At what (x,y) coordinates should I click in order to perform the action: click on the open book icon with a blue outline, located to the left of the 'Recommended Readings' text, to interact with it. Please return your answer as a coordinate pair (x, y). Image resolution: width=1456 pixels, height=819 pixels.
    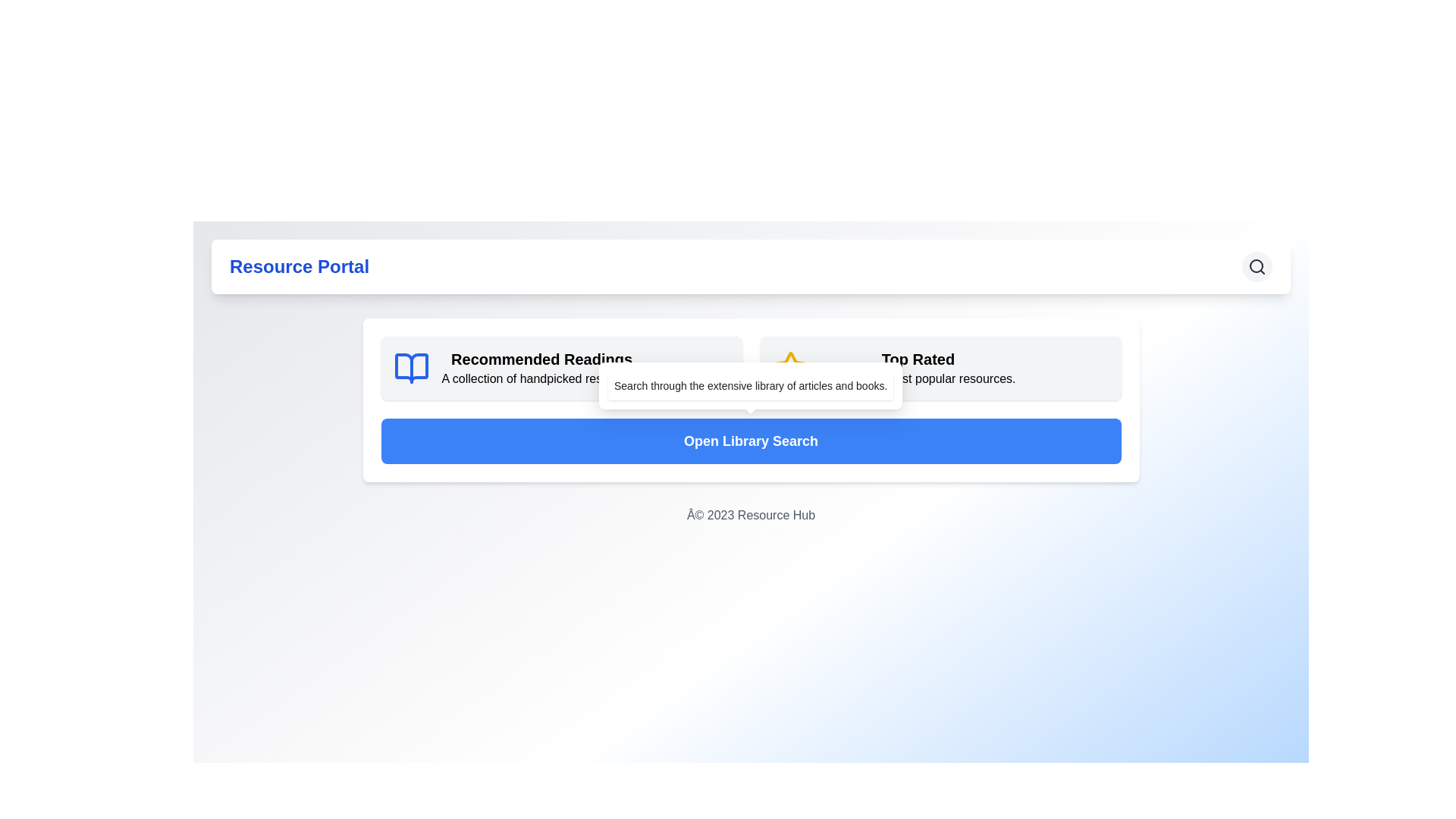
    Looking at the image, I should click on (411, 369).